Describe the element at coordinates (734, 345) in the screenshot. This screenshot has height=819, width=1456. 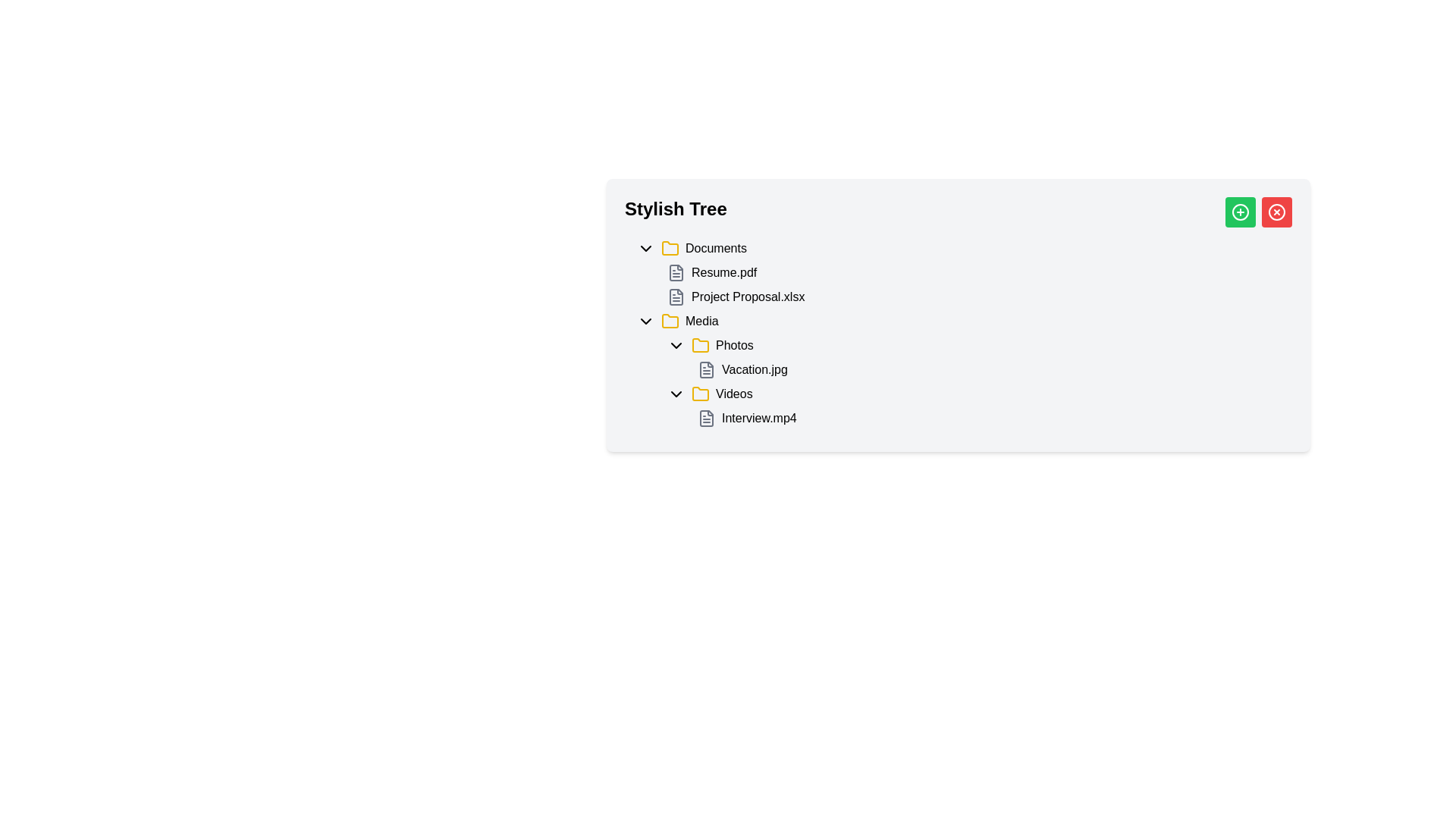
I see `the 'Photos' text label` at that location.